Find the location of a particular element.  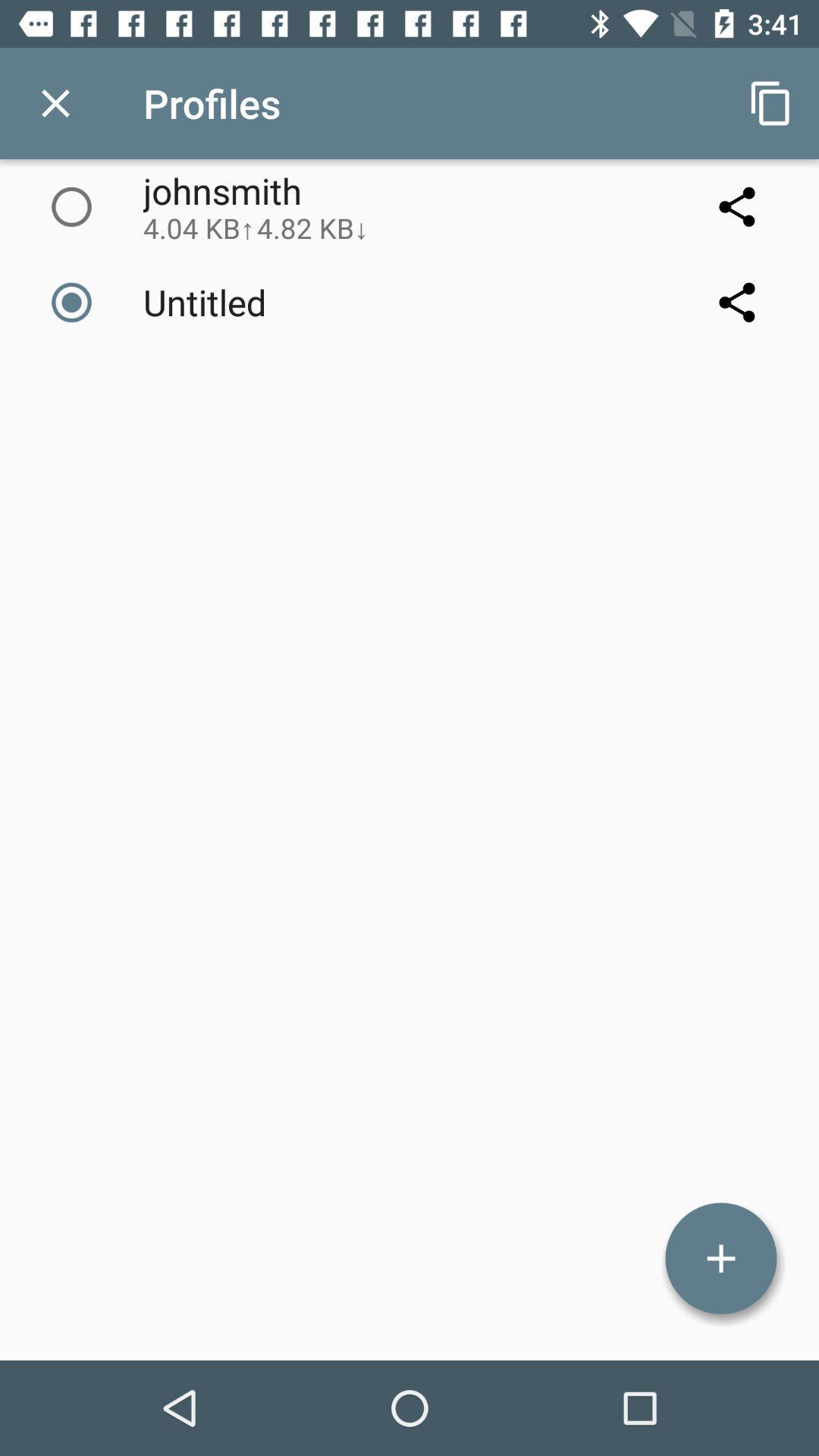

the add icon is located at coordinates (720, 1258).